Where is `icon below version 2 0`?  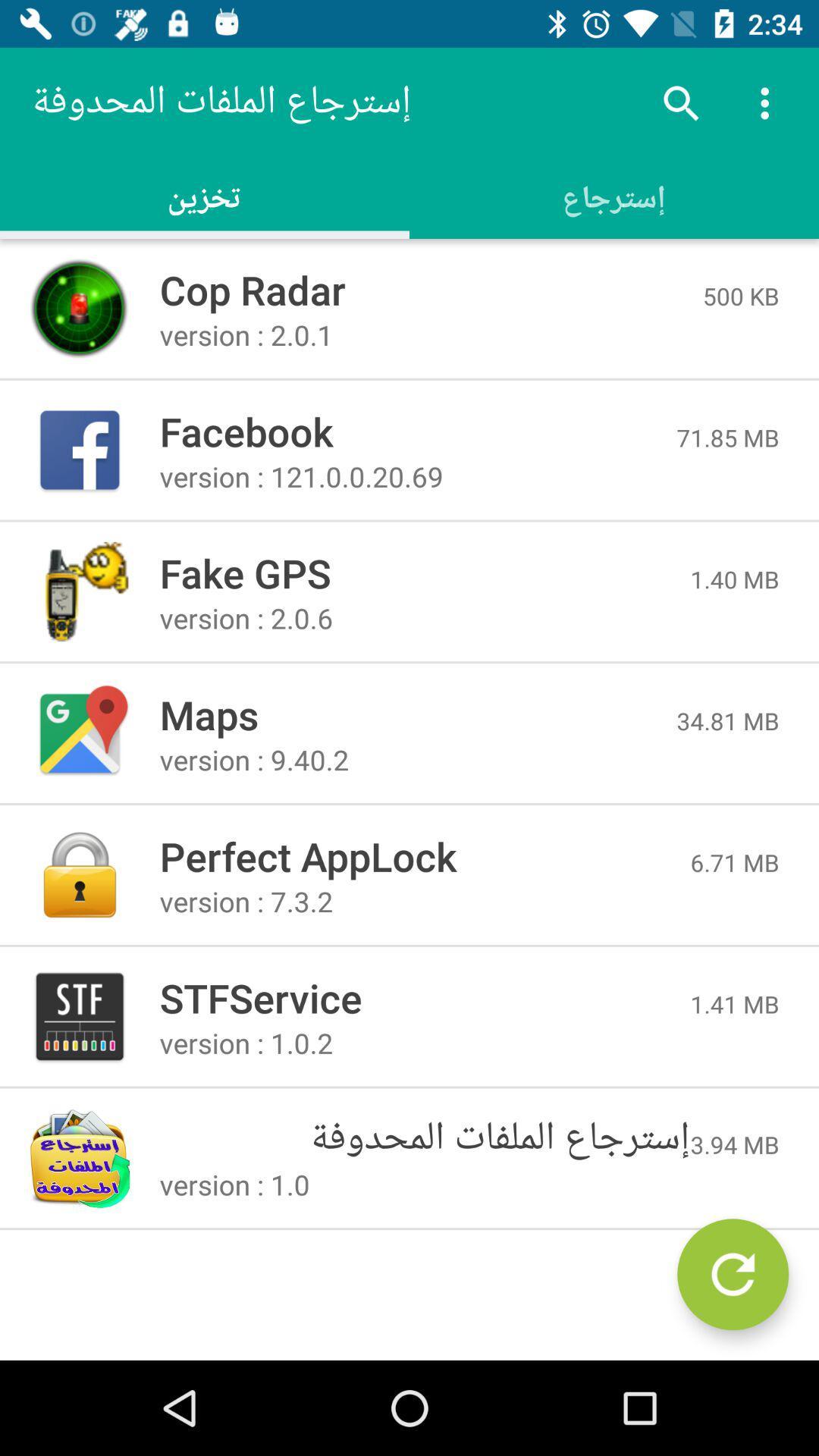
icon below version 2 0 is located at coordinates (418, 714).